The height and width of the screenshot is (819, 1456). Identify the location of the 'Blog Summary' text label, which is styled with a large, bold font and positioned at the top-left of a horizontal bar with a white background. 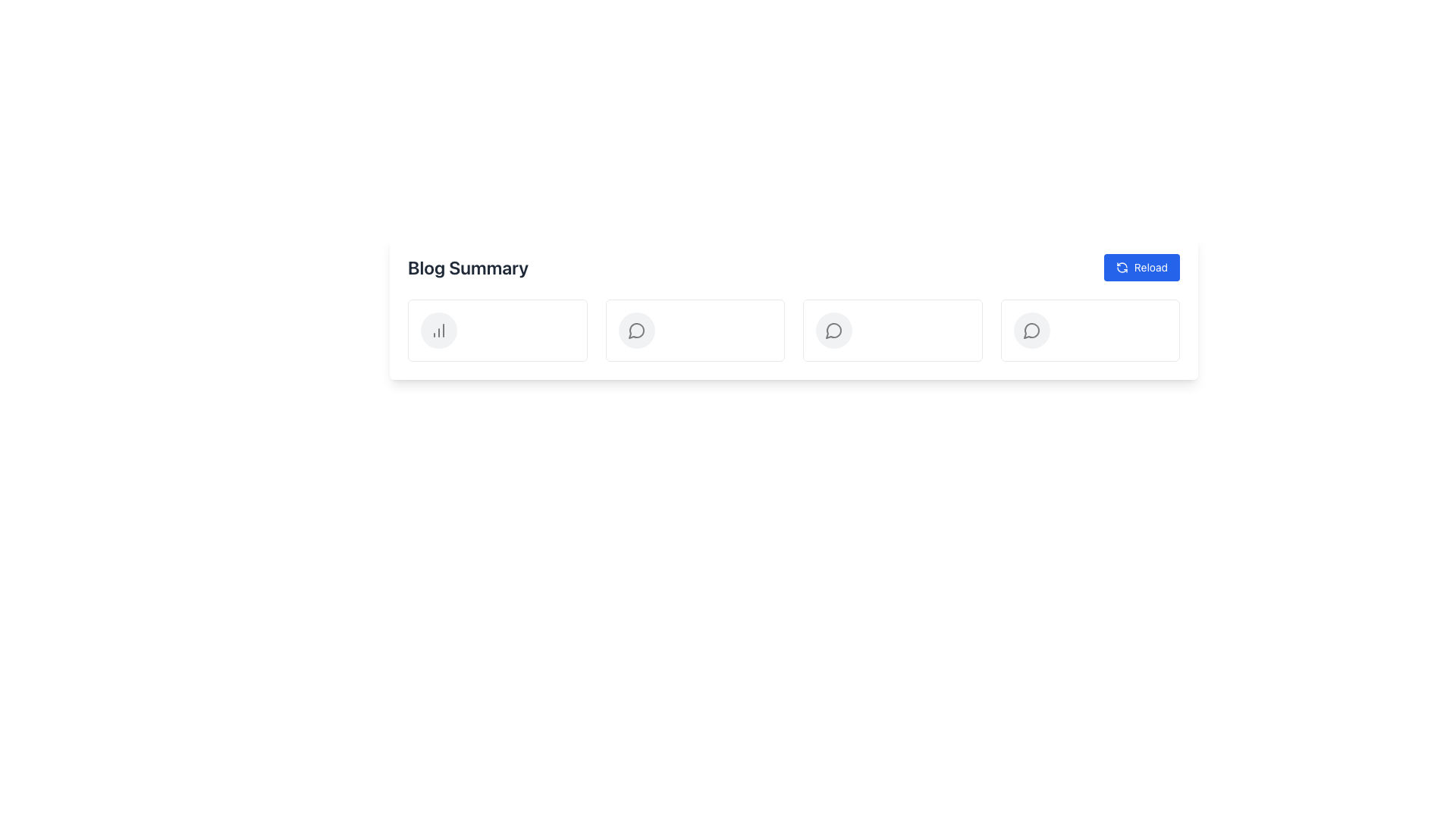
(467, 267).